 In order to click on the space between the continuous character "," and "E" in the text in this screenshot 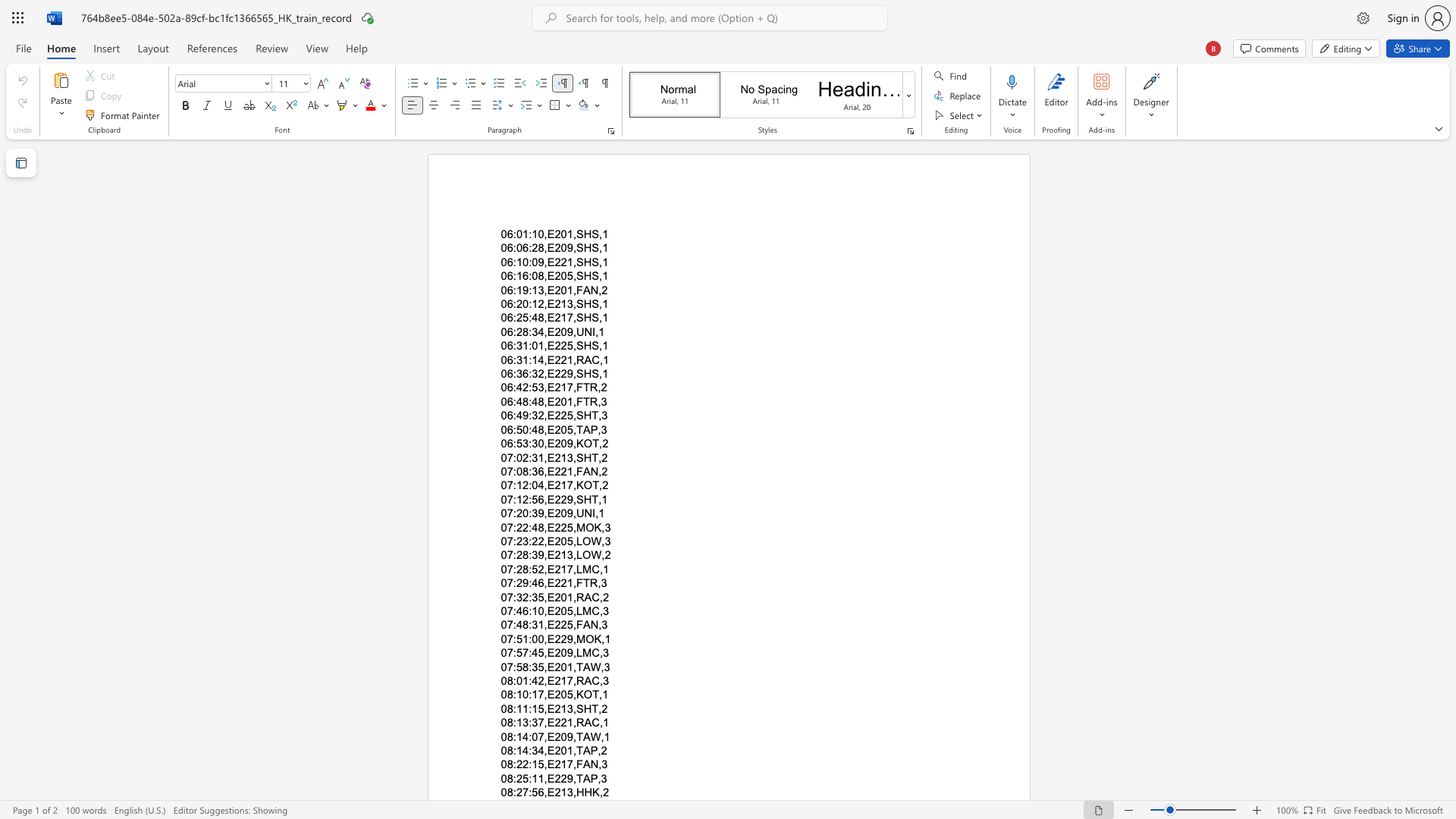, I will do `click(548, 610)`.